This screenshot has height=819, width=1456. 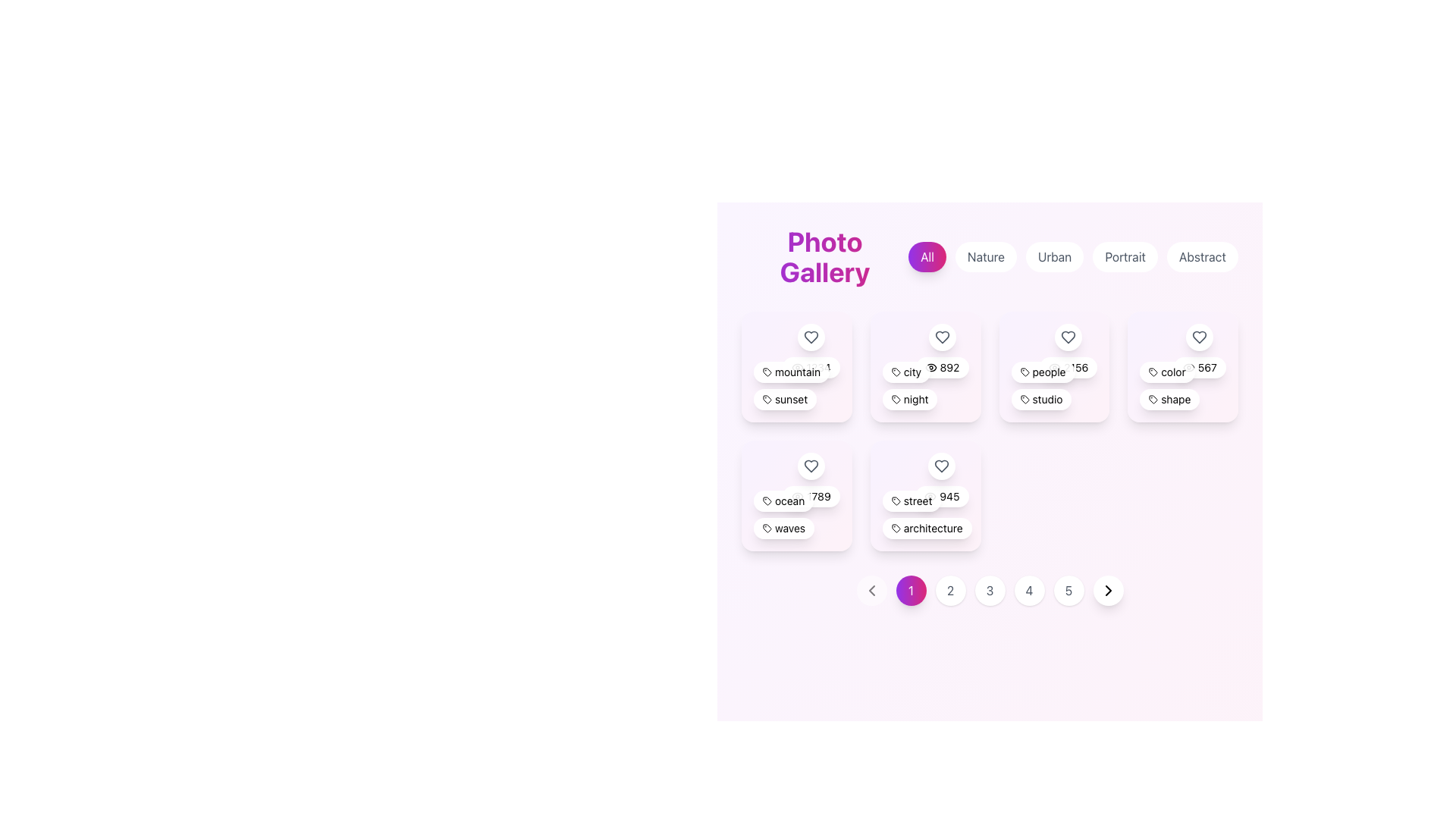 What do you see at coordinates (1068, 336) in the screenshot?
I see `the heart-shaped icon in the third column of the top row to like or favorite an item` at bounding box center [1068, 336].